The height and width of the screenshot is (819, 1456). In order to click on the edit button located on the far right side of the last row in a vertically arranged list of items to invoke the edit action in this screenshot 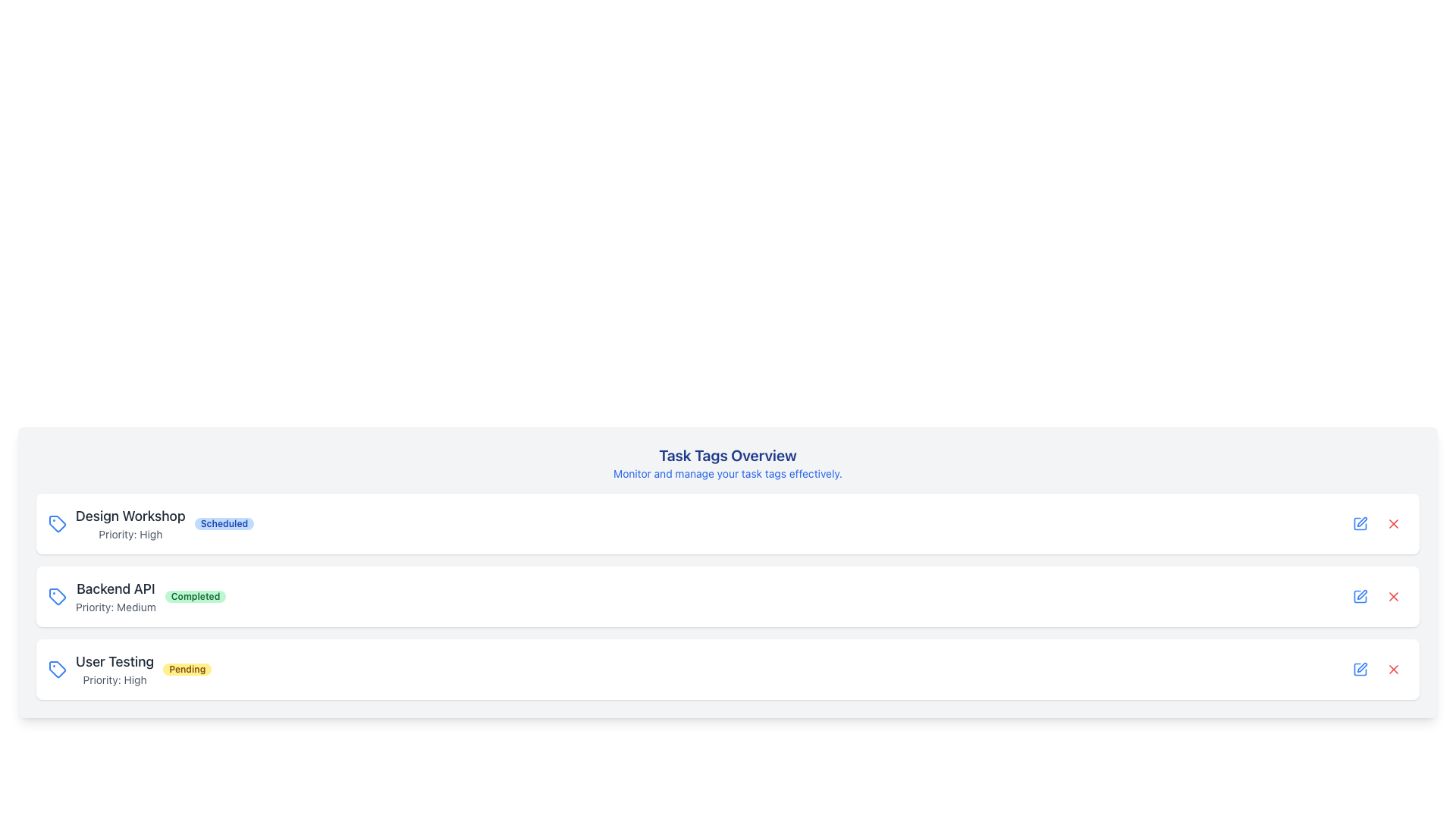, I will do `click(1360, 669)`.